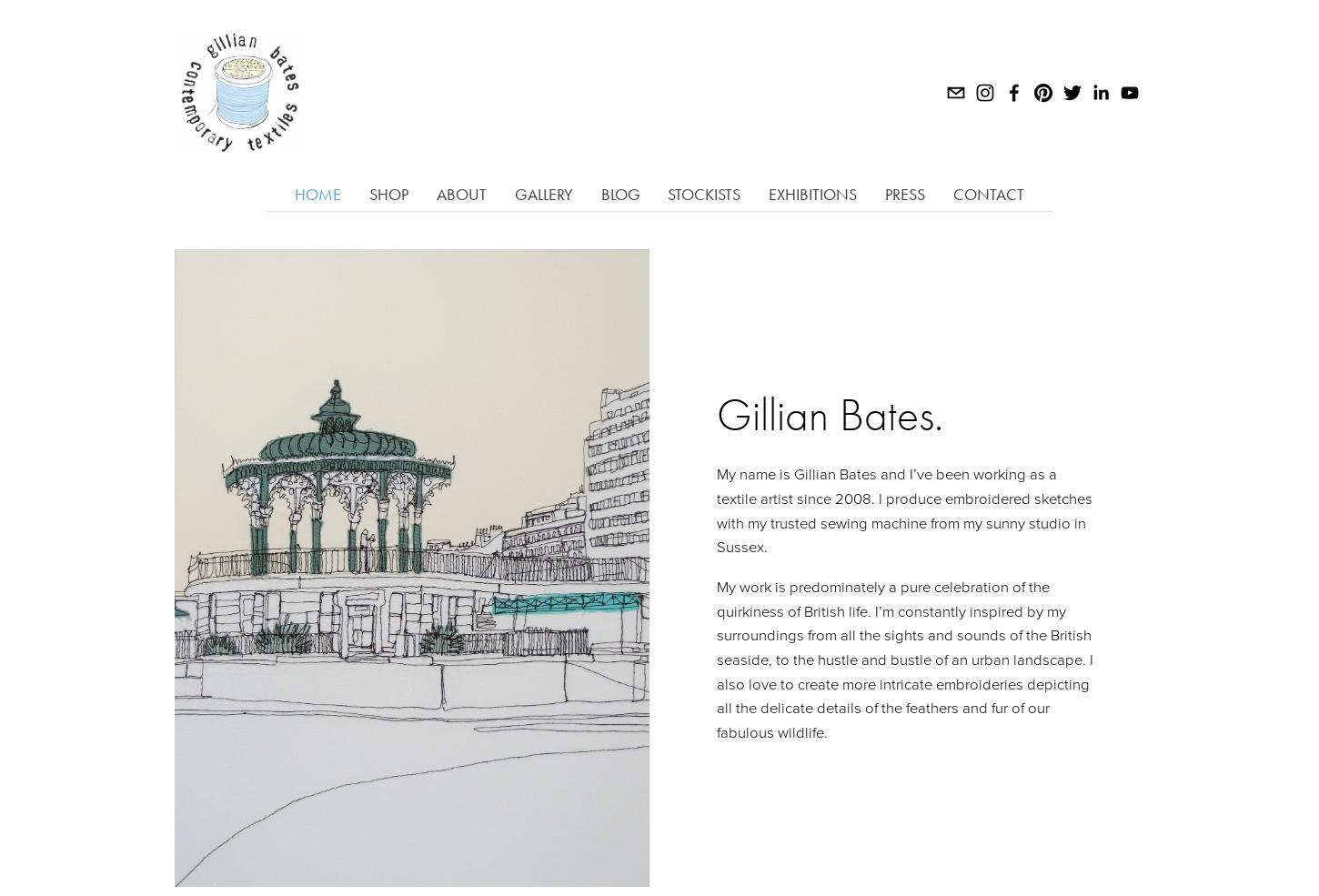  I want to click on 'Blog', so click(619, 193).